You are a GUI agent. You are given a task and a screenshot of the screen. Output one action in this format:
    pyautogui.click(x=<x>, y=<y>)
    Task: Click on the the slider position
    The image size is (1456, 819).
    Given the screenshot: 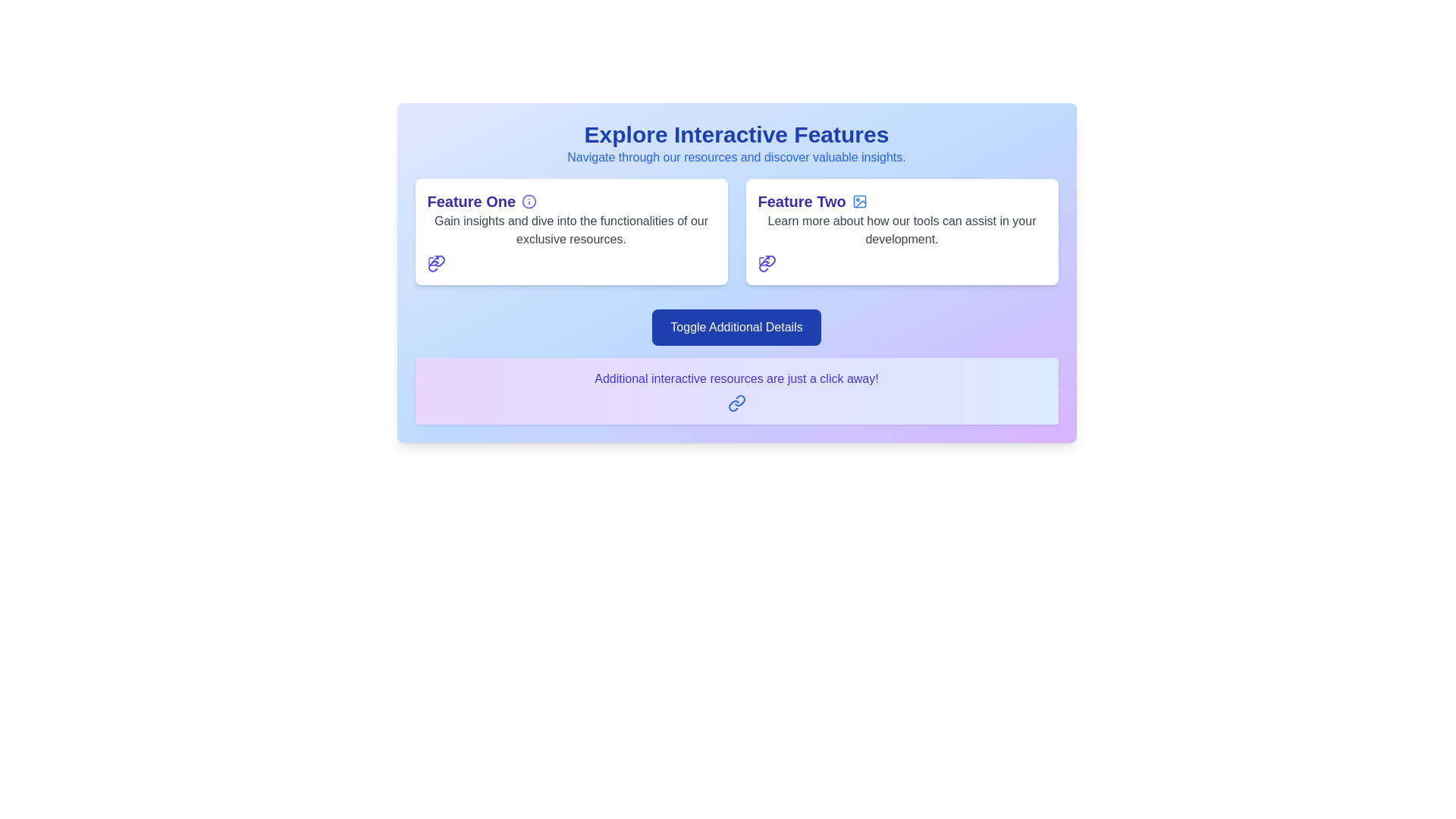 What is the action you would take?
    pyautogui.click(x=1013, y=309)
    